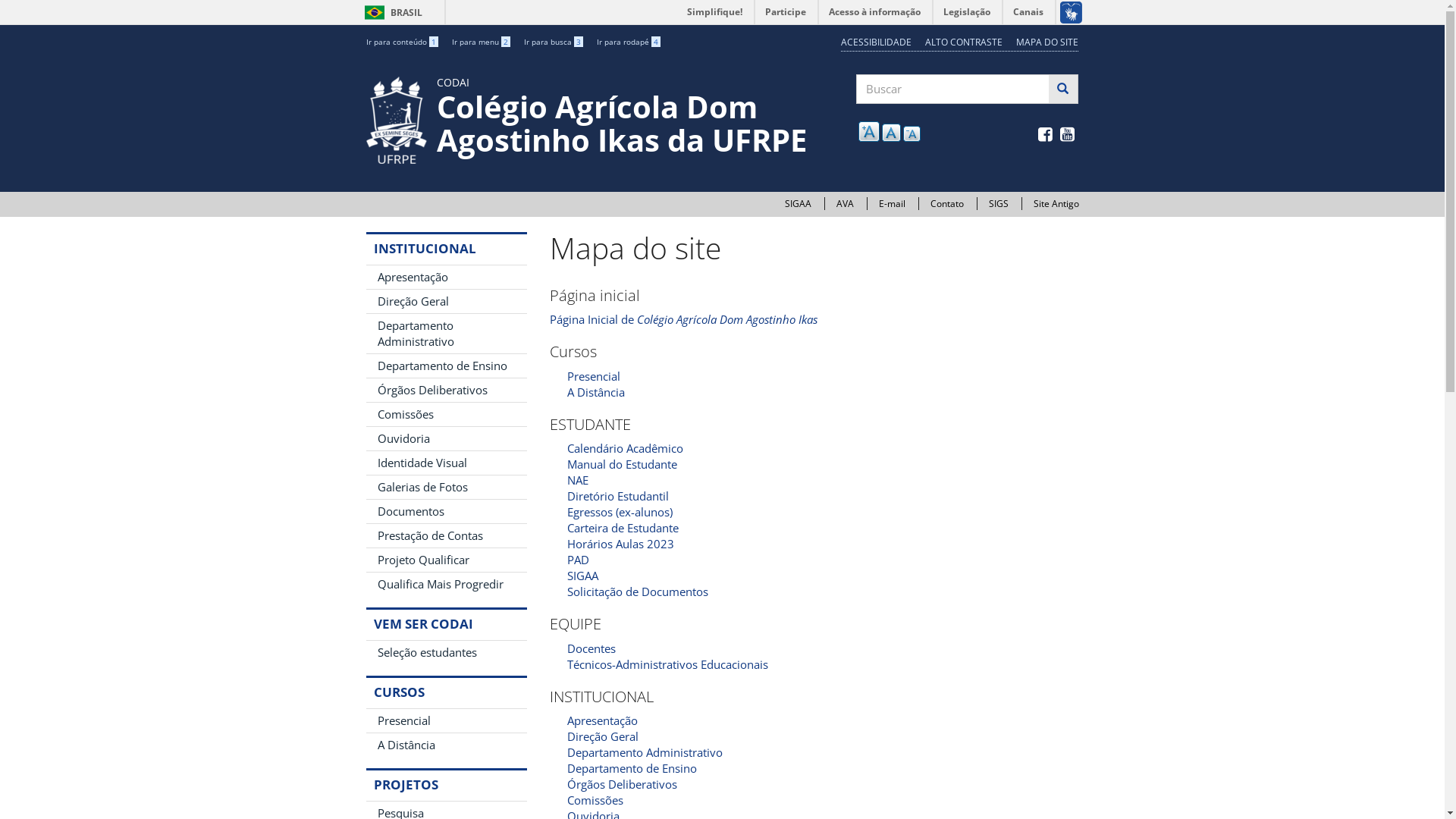 Image resolution: width=1456 pixels, height=819 pixels. I want to click on 'Galerias de Fotos', so click(445, 487).